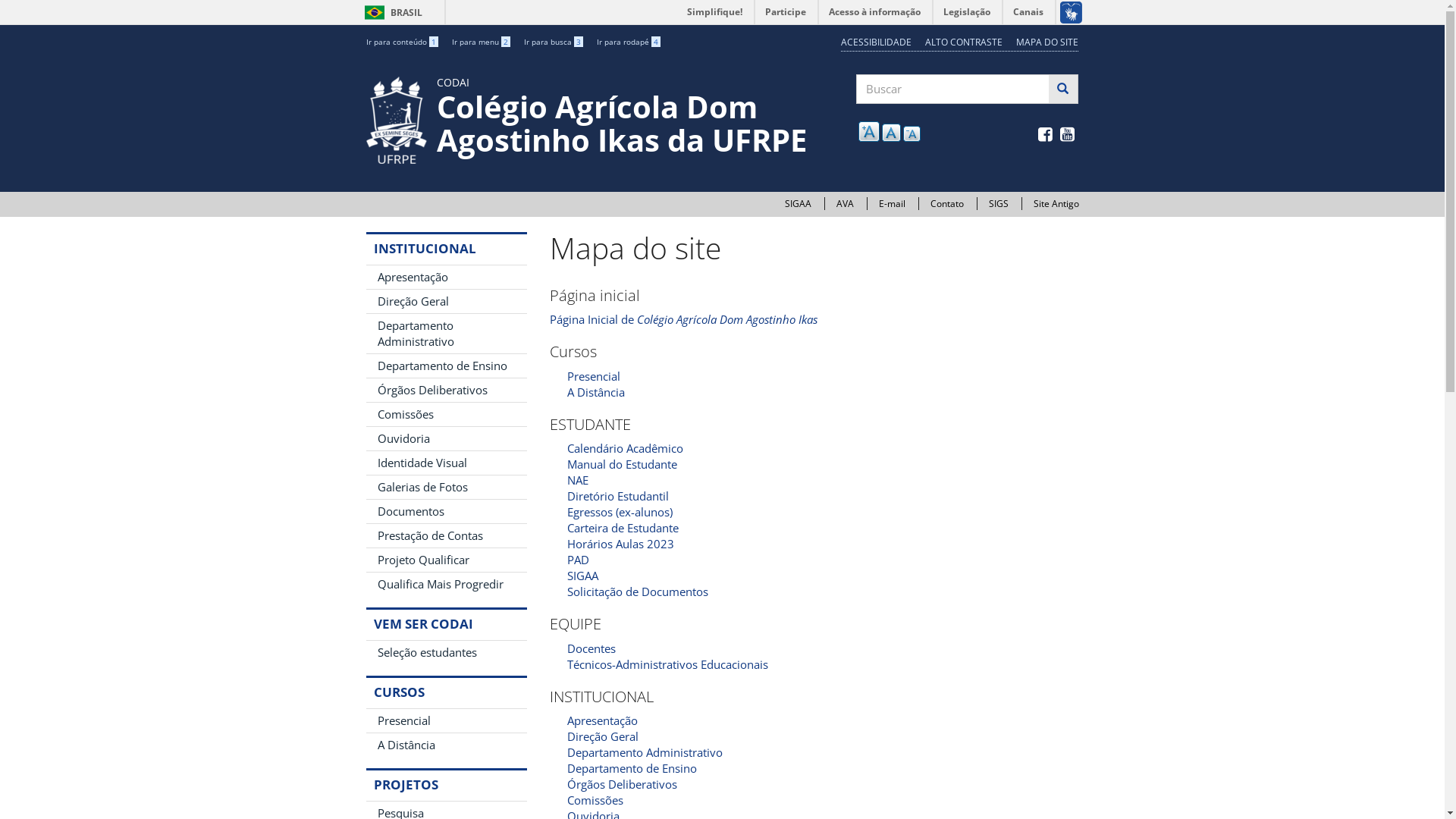 Image resolution: width=1456 pixels, height=819 pixels. I want to click on 'Galerias de Fotos', so click(445, 487).